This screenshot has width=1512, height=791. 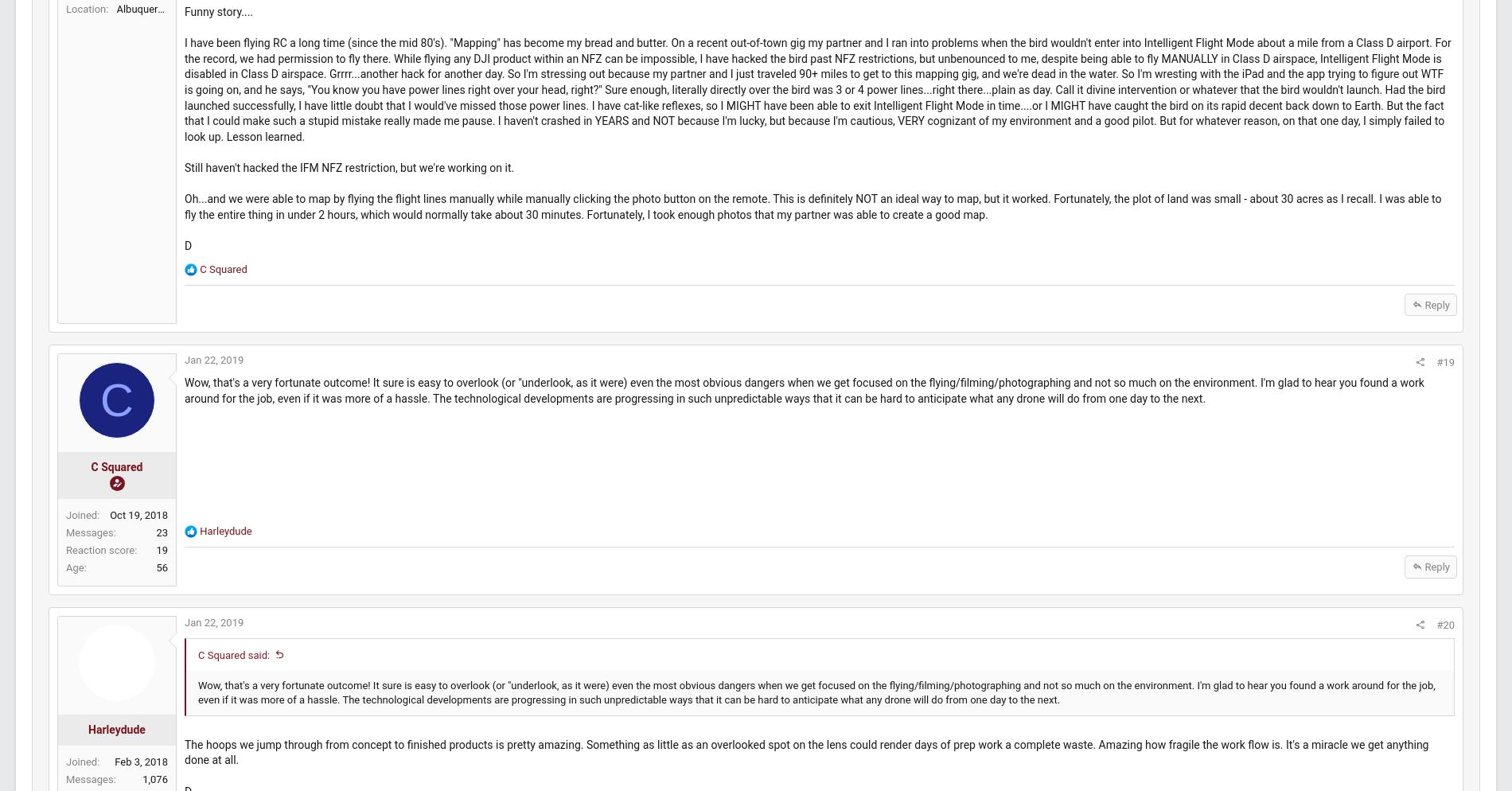 What do you see at coordinates (262, 628) in the screenshot?
I see `'Harleydude'` at bounding box center [262, 628].